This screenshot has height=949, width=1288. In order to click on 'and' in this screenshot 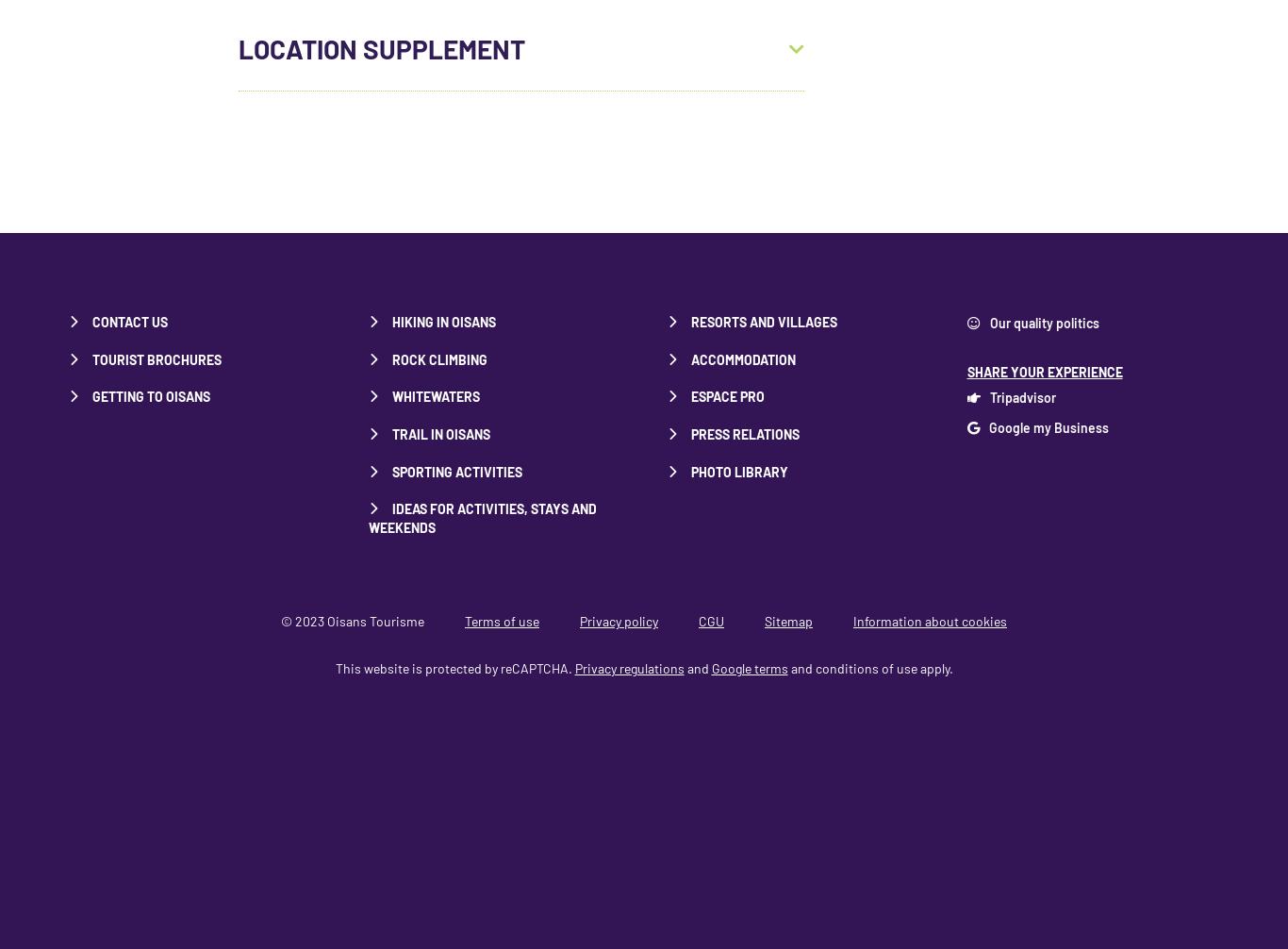, I will do `click(697, 667)`.